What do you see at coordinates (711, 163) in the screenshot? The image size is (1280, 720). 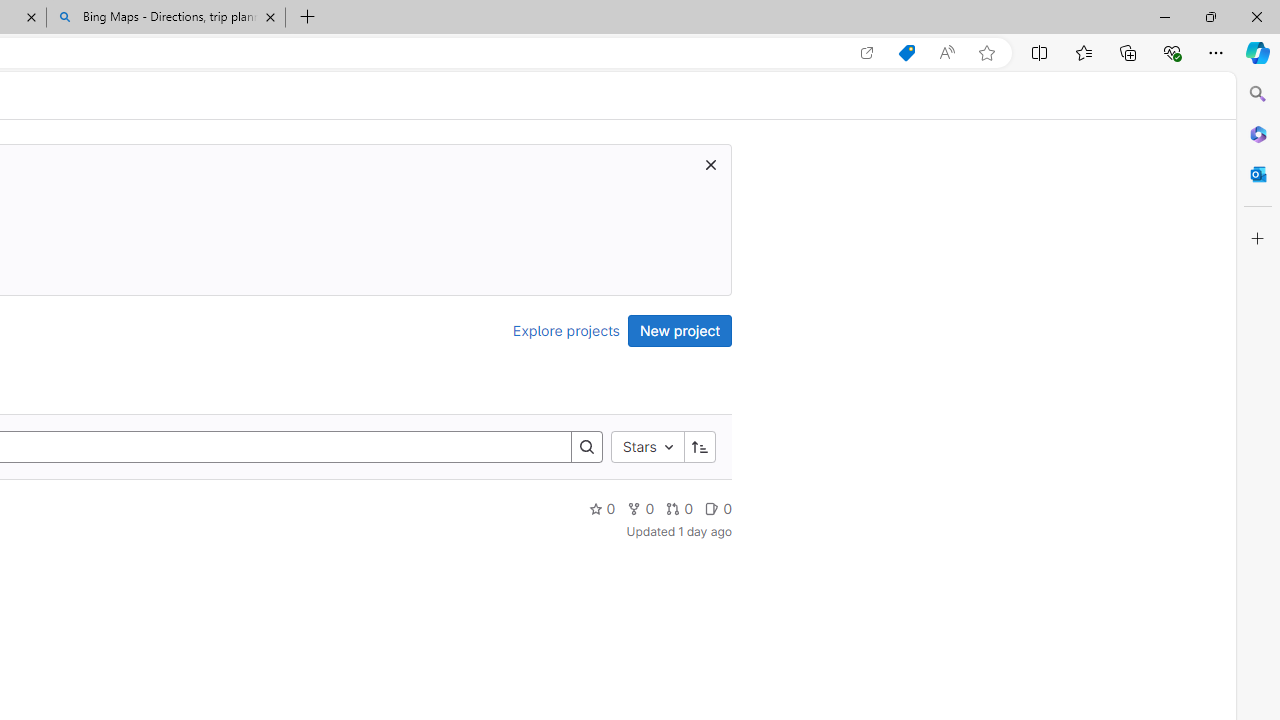 I see `'Dismiss trial promotion'` at bounding box center [711, 163].